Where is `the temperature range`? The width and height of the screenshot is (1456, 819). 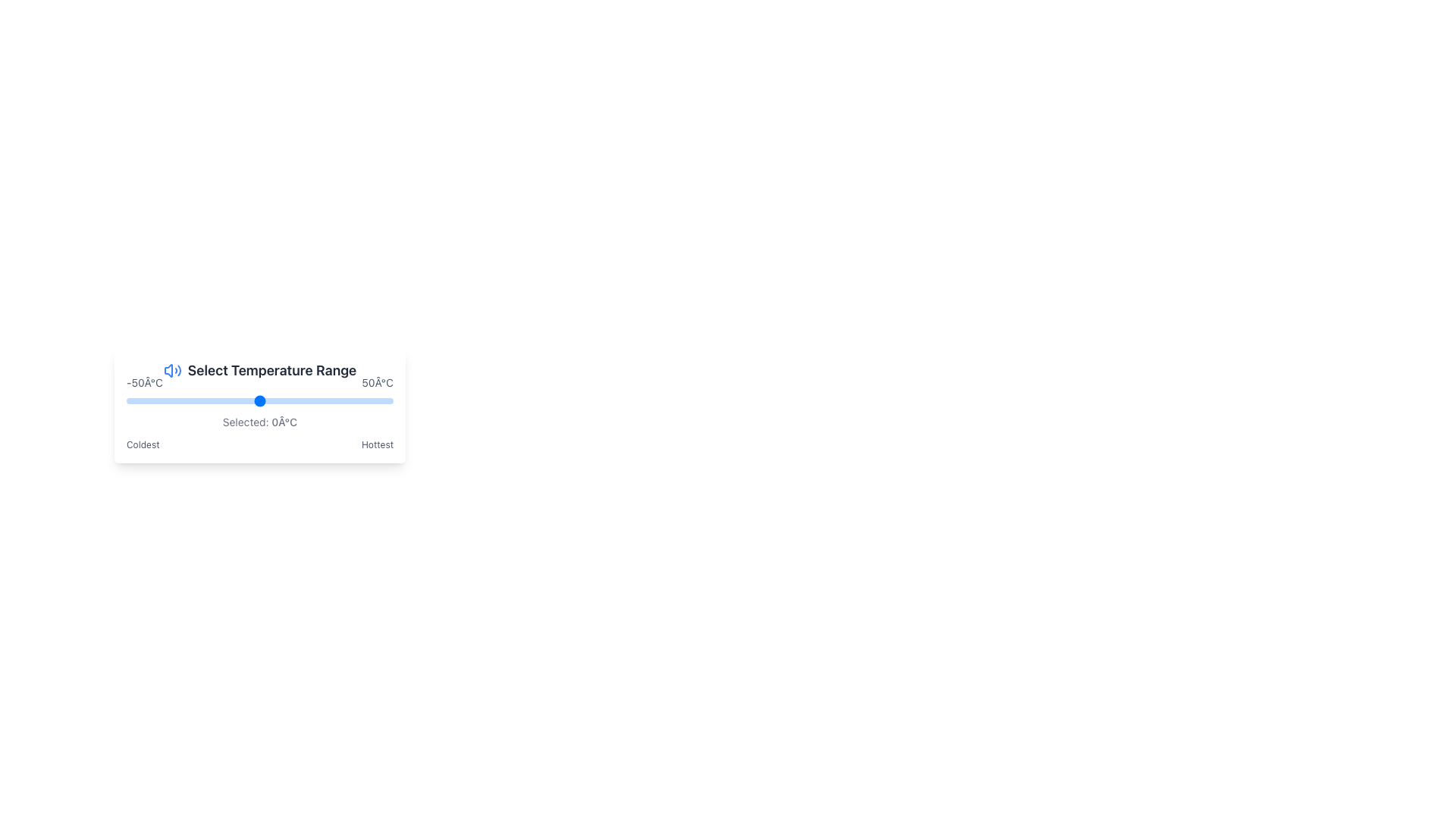
the temperature range is located at coordinates (344, 400).